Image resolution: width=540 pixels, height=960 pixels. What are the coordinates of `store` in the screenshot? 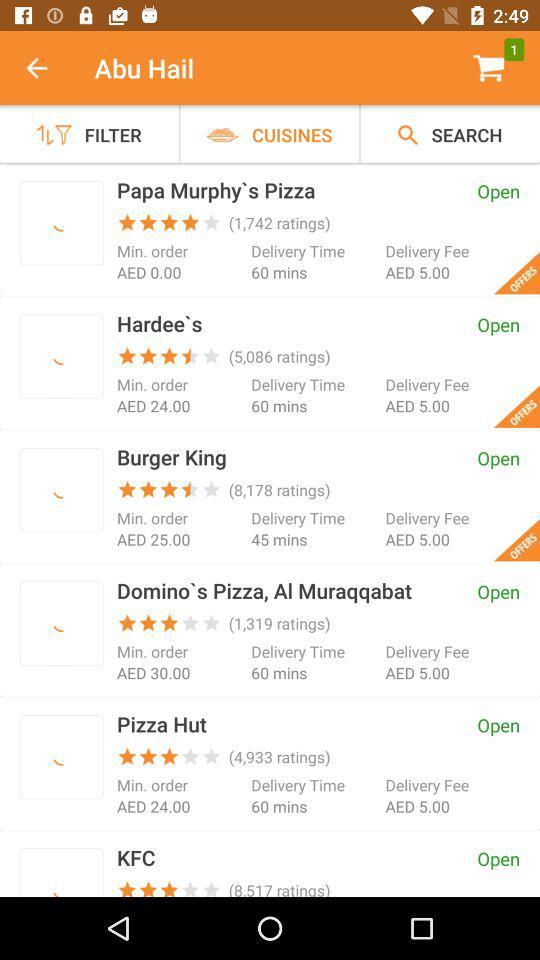 It's located at (61, 489).